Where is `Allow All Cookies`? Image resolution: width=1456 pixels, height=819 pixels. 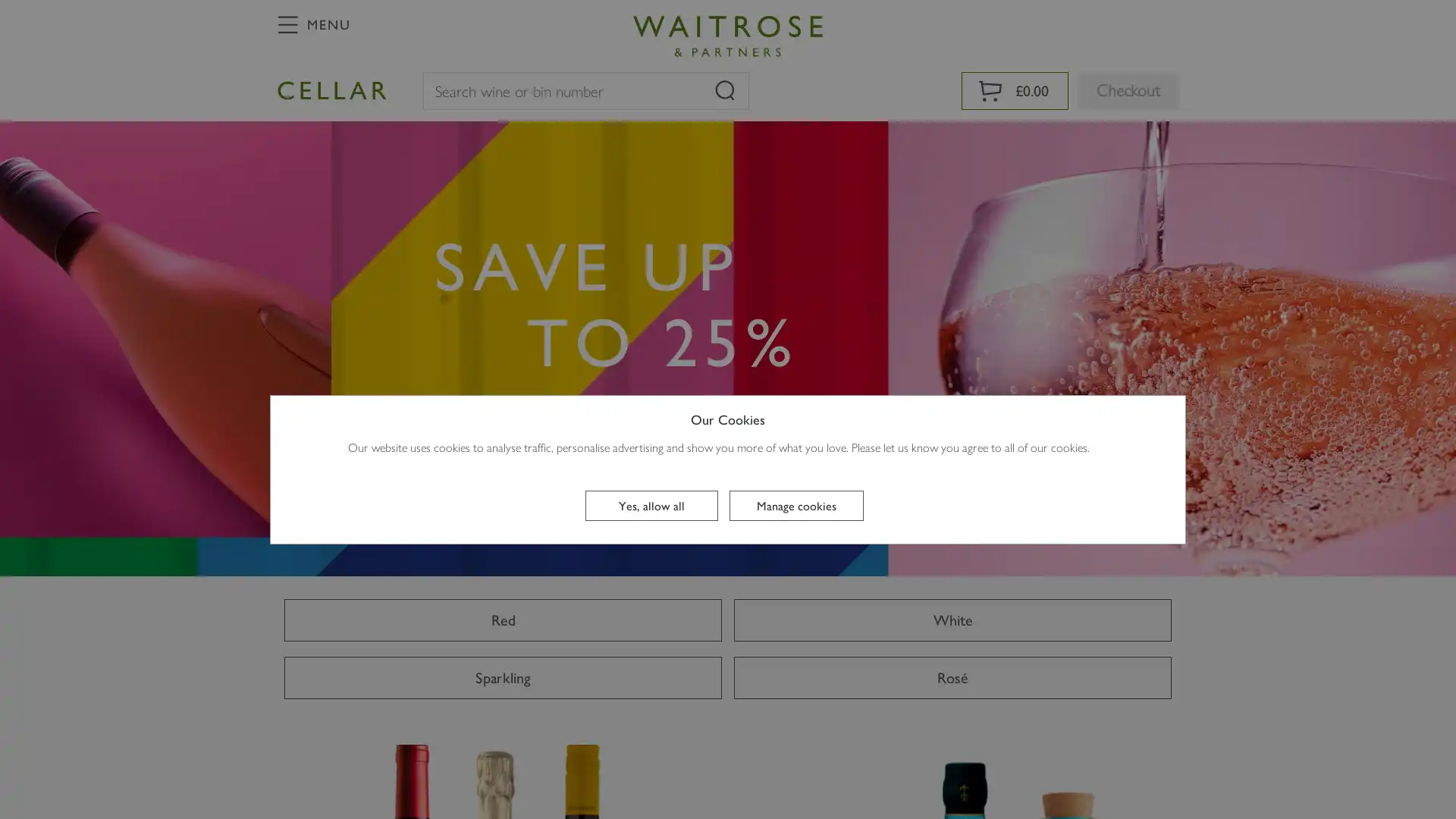 Allow All Cookies is located at coordinates (651, 506).